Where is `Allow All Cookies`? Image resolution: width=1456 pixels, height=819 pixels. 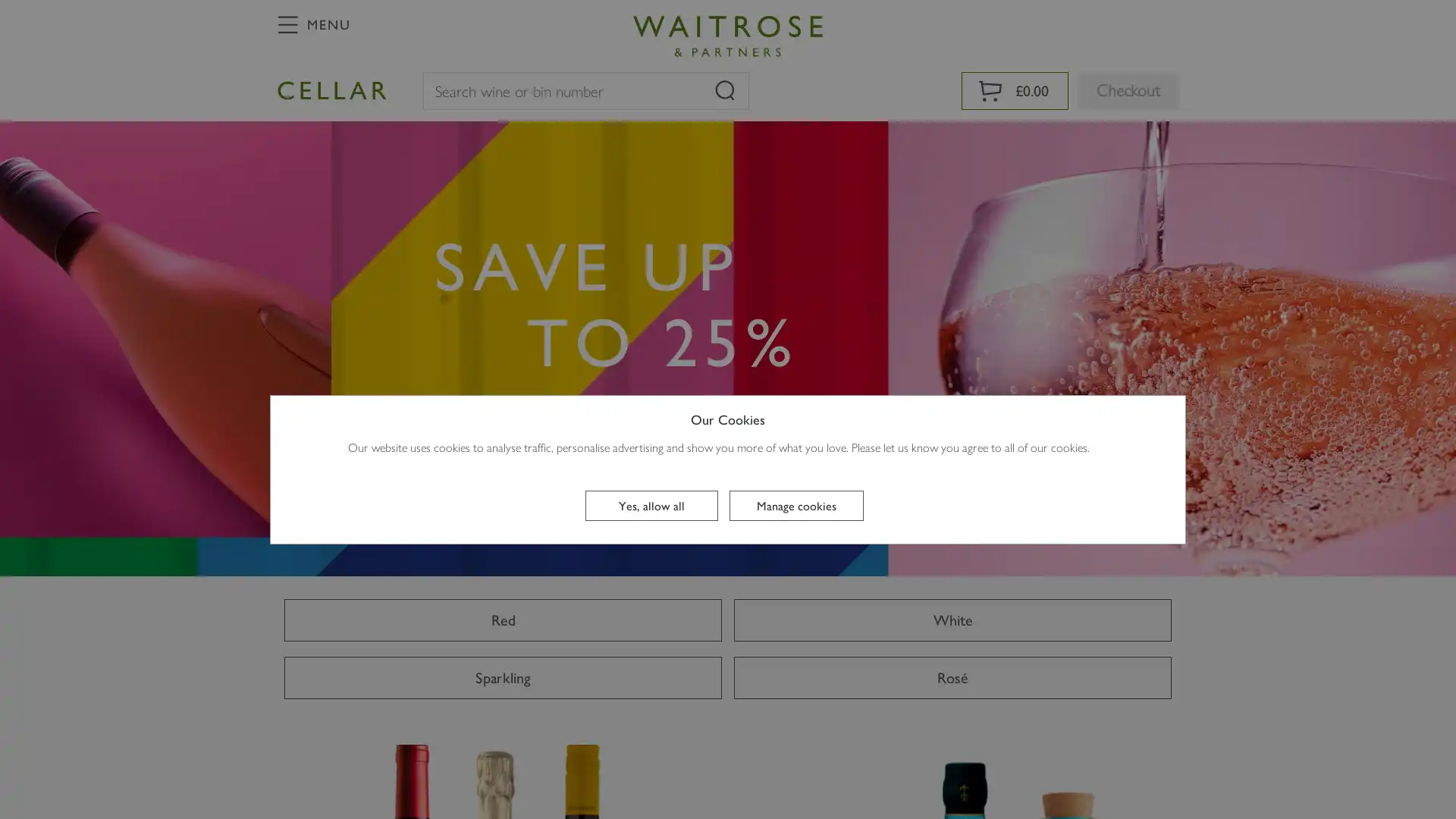 Allow All Cookies is located at coordinates (651, 506).